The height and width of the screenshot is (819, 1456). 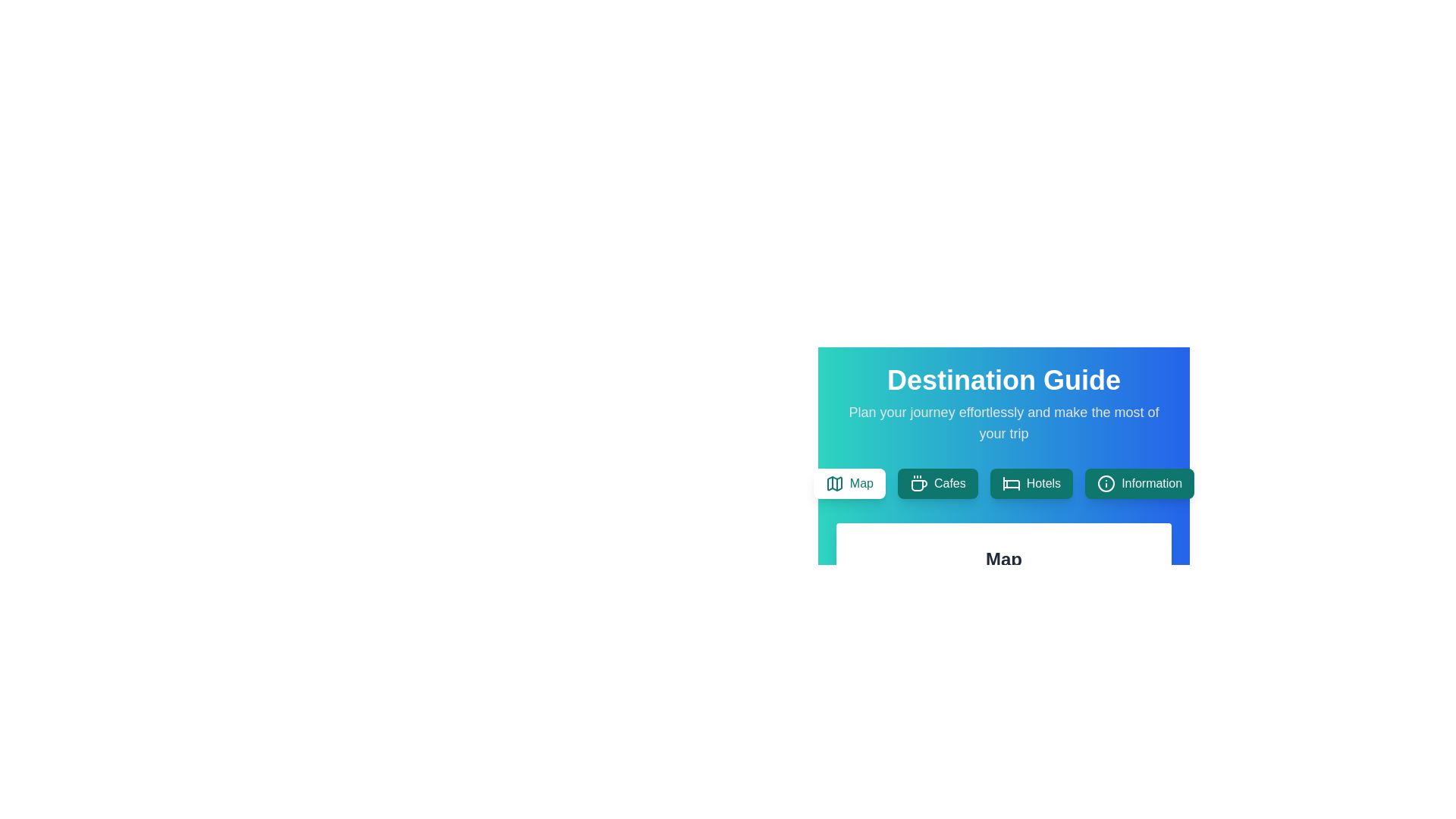 What do you see at coordinates (1139, 483) in the screenshot?
I see `the Information tab in the navigation menu` at bounding box center [1139, 483].